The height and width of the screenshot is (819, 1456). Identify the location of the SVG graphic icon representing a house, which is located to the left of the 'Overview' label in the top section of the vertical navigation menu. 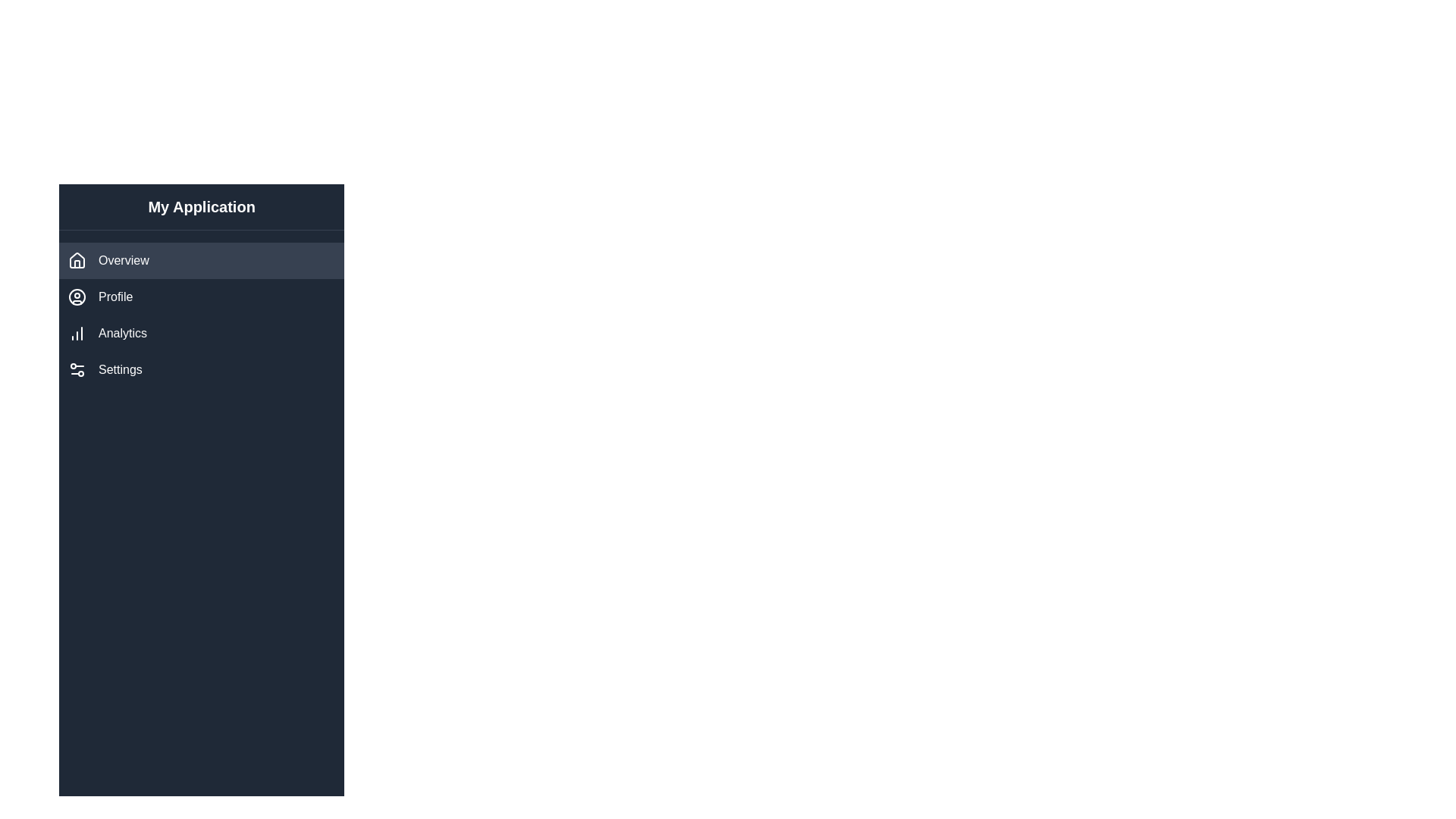
(76, 259).